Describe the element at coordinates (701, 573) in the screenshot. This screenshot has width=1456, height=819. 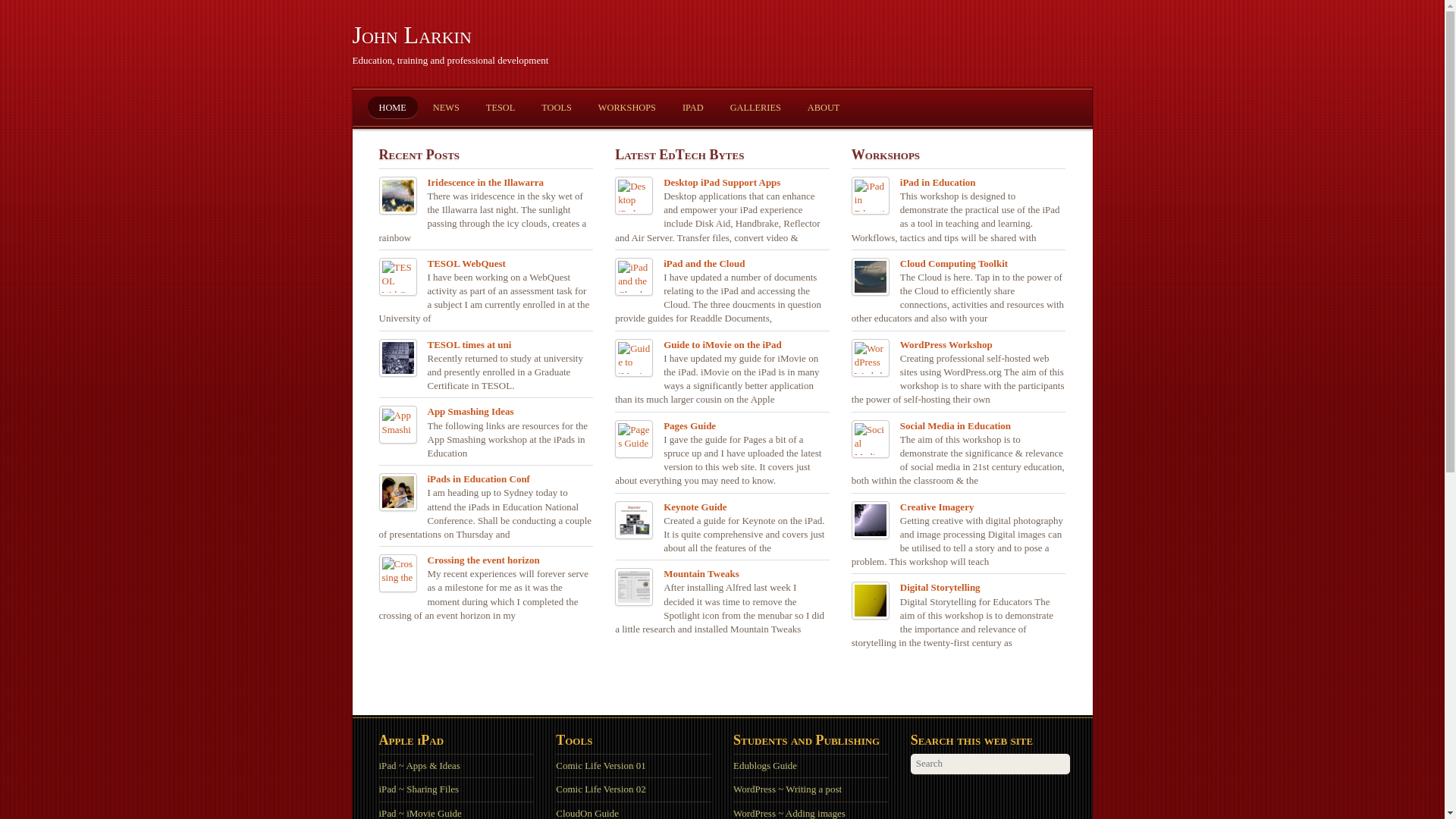
I see `'Mountain Tweaks'` at that location.